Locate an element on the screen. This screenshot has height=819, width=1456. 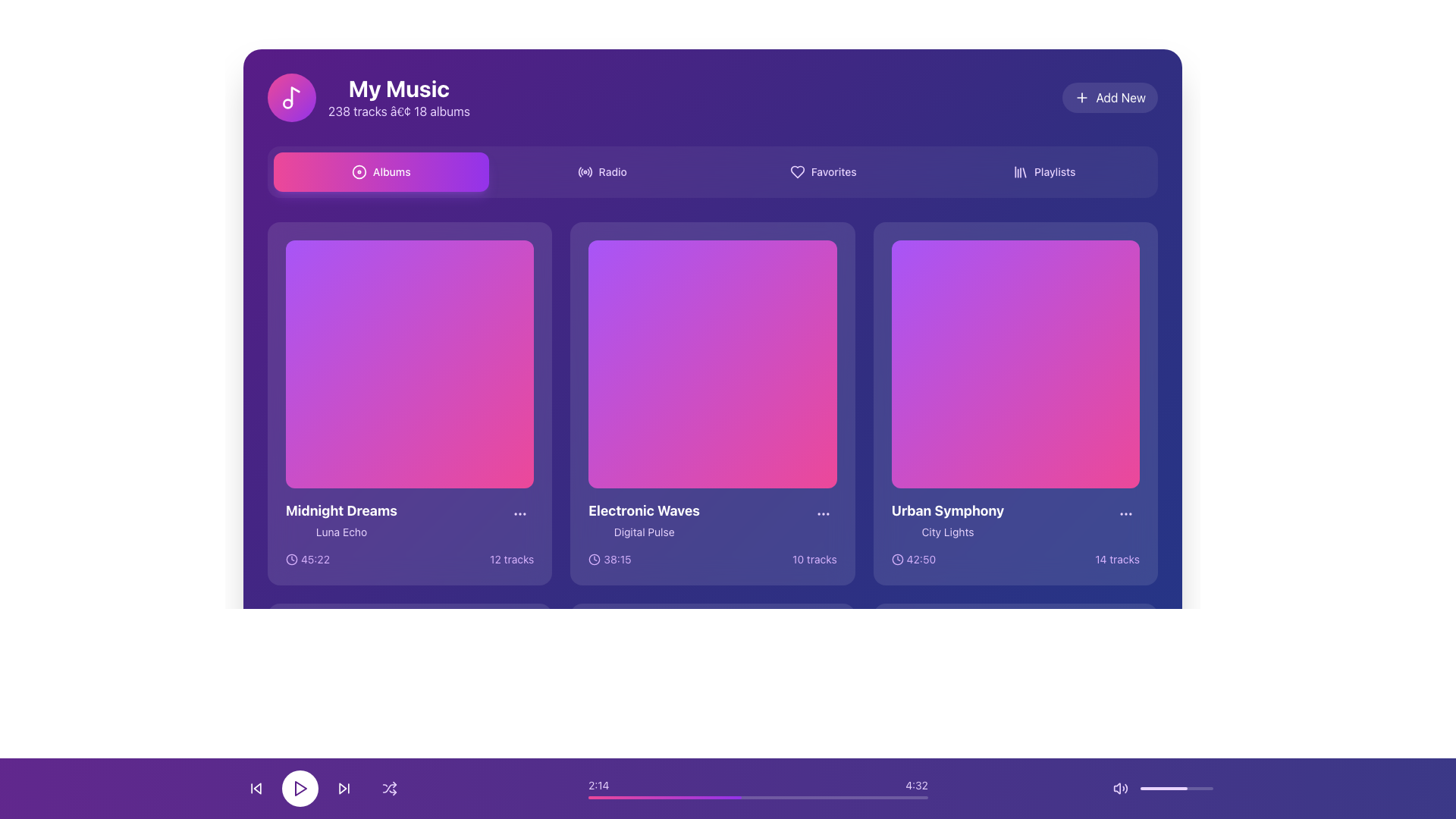
the text label displaying '14 tracks' in light purple font, located in the lower right corner of the 'Urban Symphony' card in the 'My Music' interface is located at coordinates (1117, 560).